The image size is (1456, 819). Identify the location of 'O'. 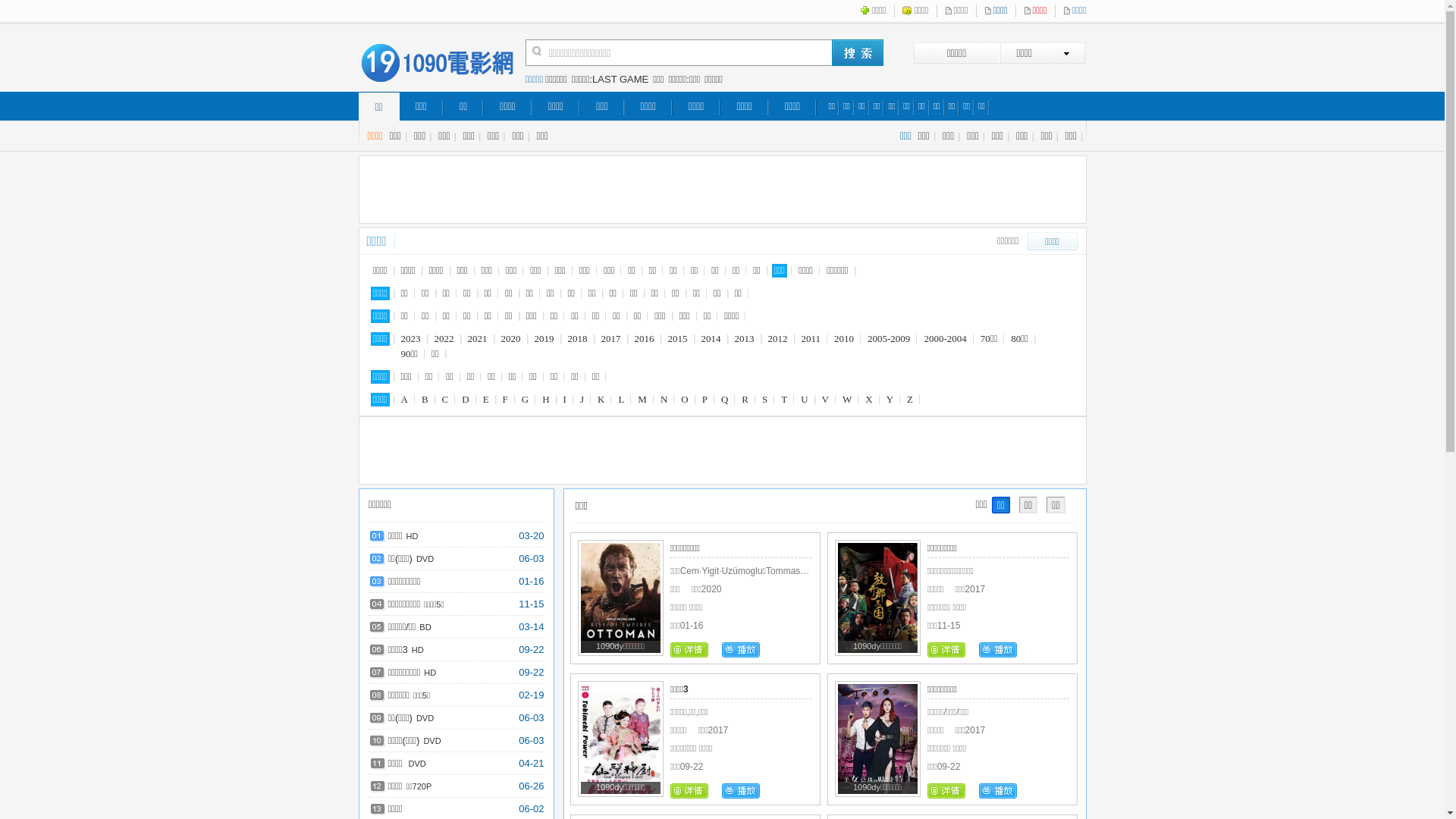
(683, 399).